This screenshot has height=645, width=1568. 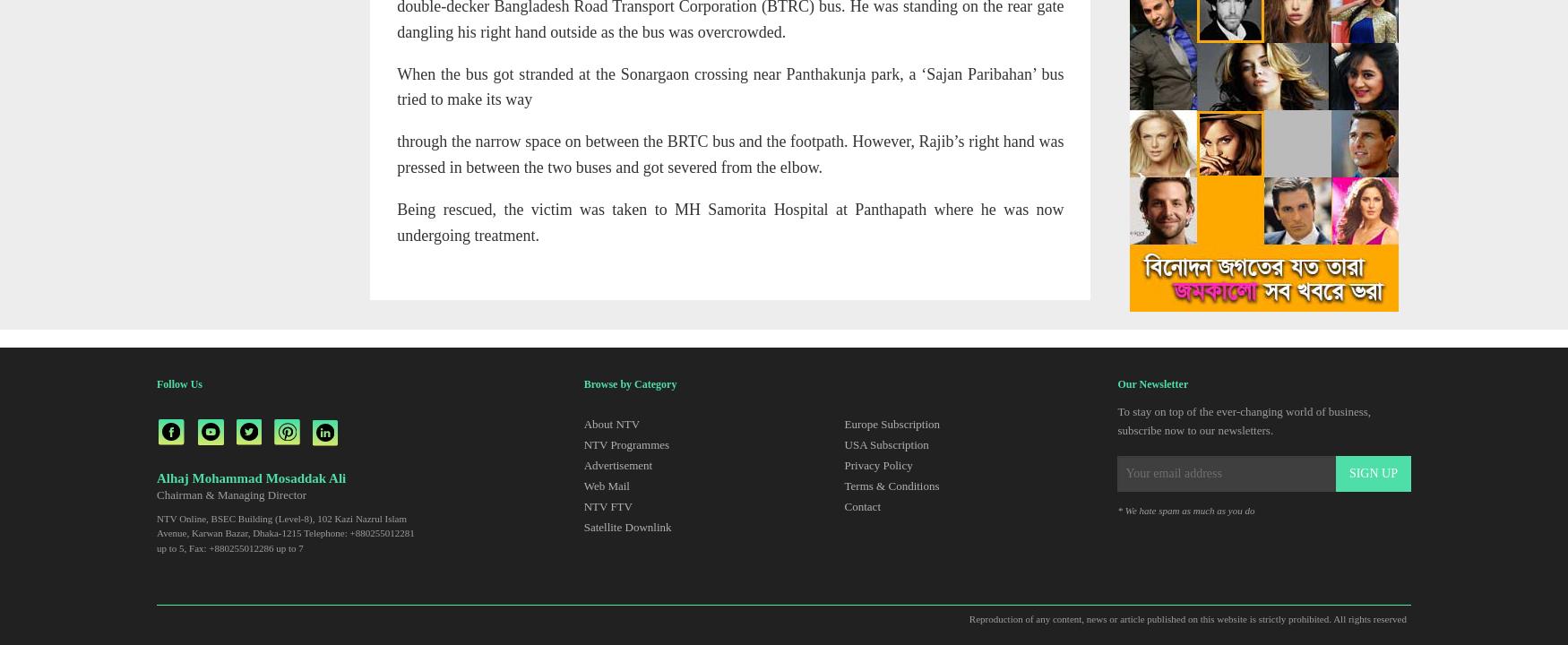 What do you see at coordinates (606, 505) in the screenshot?
I see `'NTV FTV'` at bounding box center [606, 505].